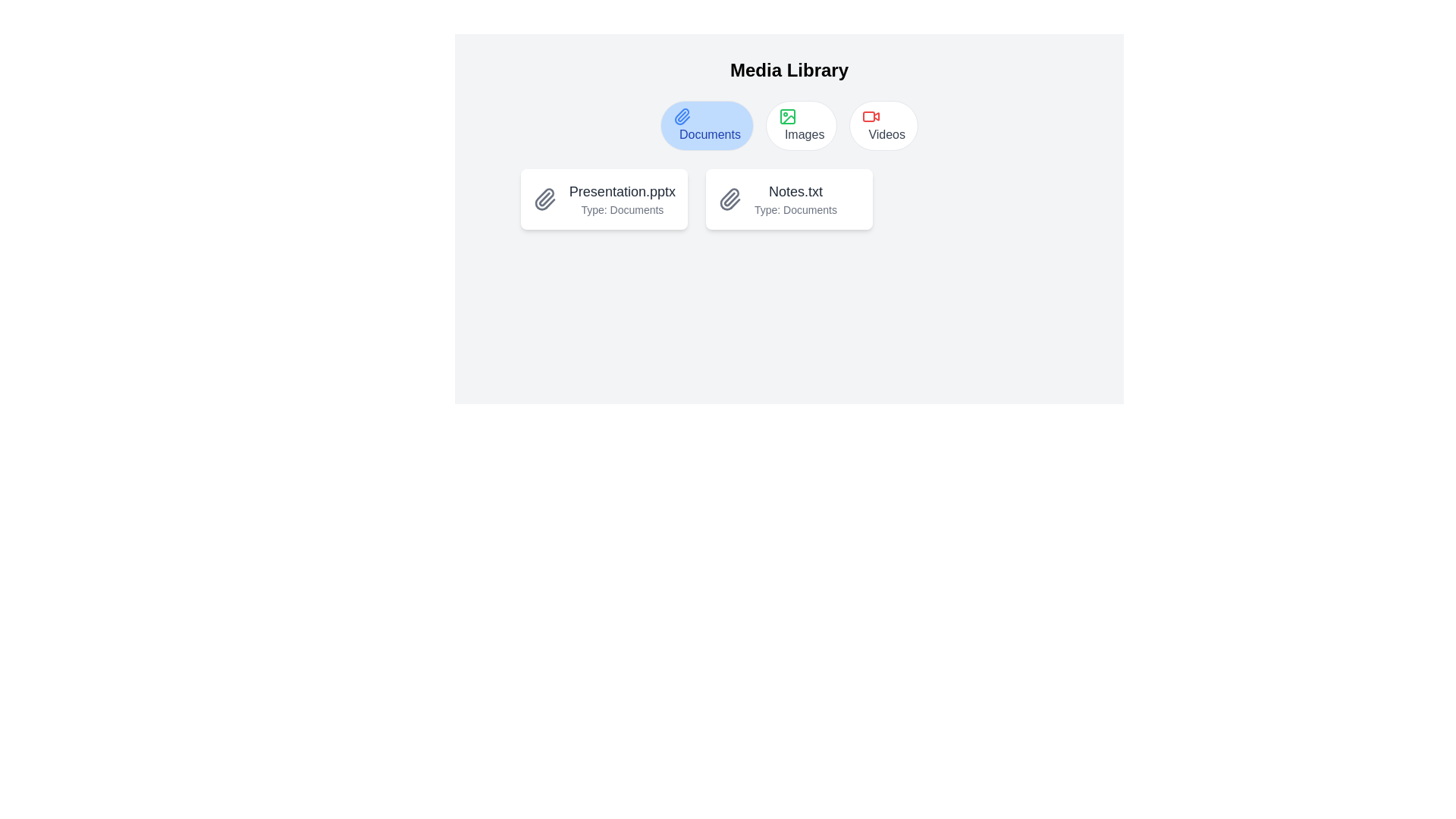  What do you see at coordinates (883, 124) in the screenshot?
I see `the 'Videos' button, which is the third button under the 'Media Library' title` at bounding box center [883, 124].